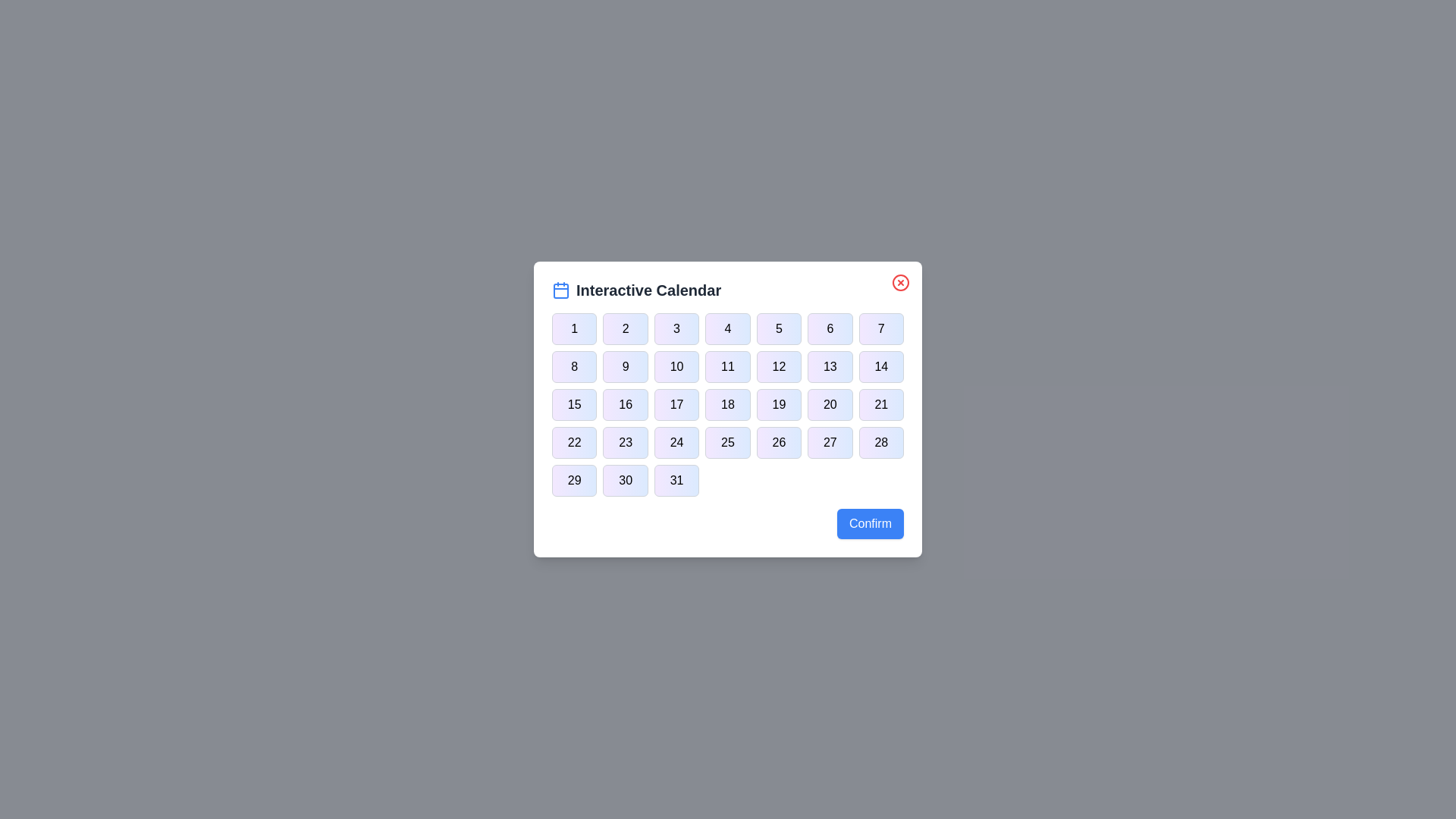 This screenshot has height=819, width=1456. What do you see at coordinates (779, 366) in the screenshot?
I see `the button corresponding to day 12 in the calendar` at bounding box center [779, 366].